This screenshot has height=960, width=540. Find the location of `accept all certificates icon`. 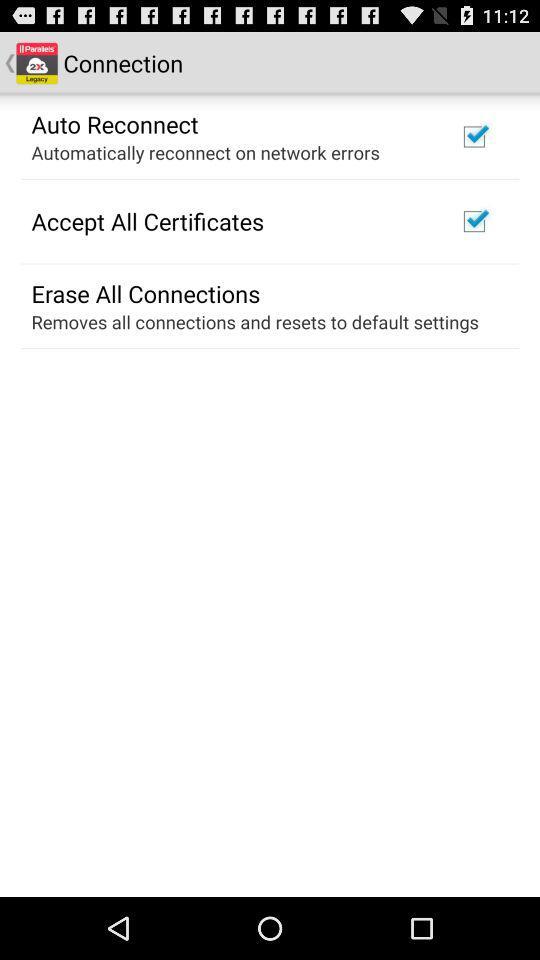

accept all certificates icon is located at coordinates (146, 221).